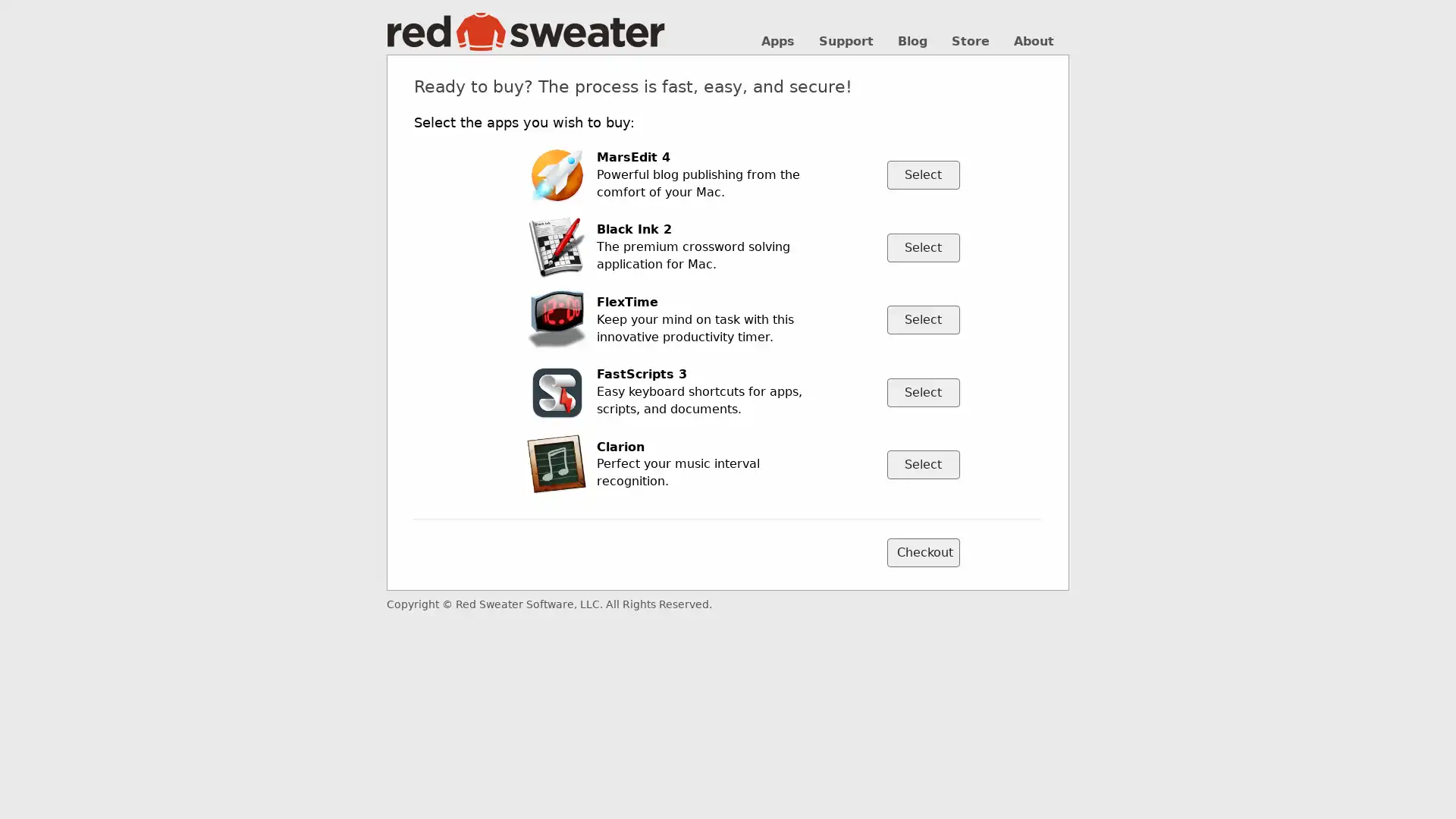 Image resolution: width=1456 pixels, height=819 pixels. Describe the element at coordinates (922, 318) in the screenshot. I see `Select` at that location.